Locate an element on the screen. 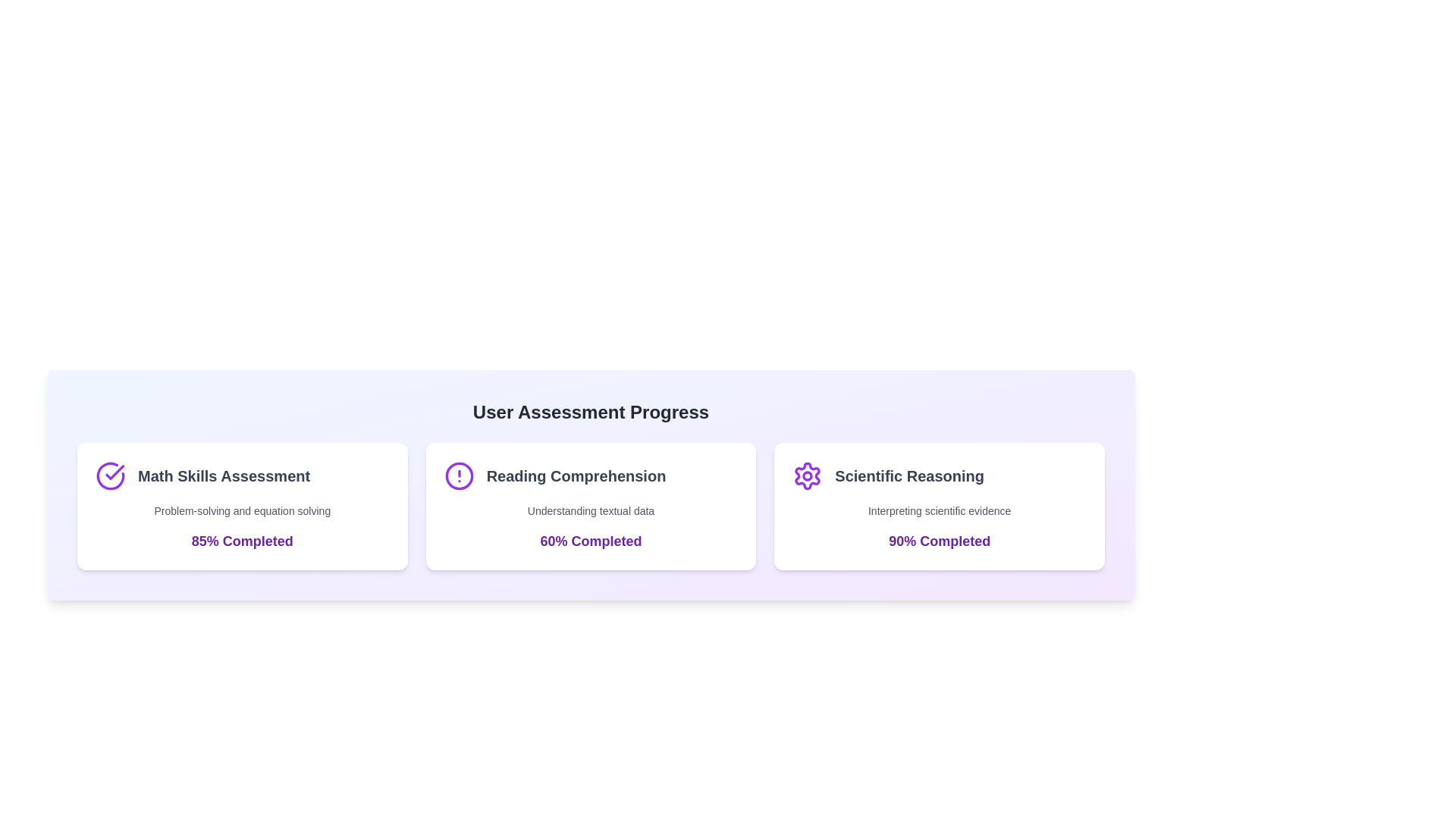  the progress indicator icon located inside the circle at the top-left corner of the Math Skills Assessment card in the User Assessment Progress section is located at coordinates (114, 472).